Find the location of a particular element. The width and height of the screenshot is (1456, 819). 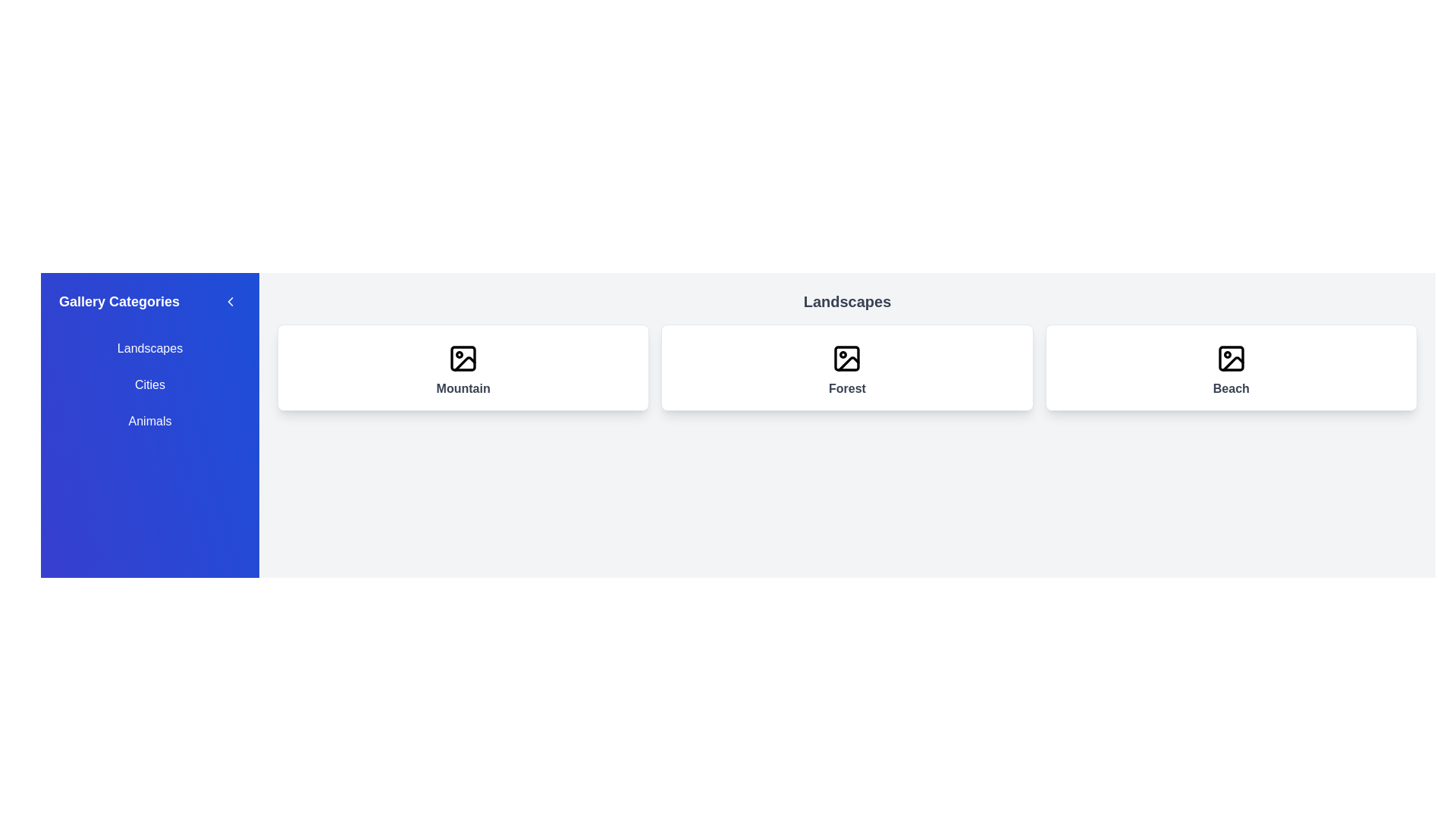

the SVG icon styled as an image symbol within the card labeled 'Mountain', which features a rounded rectangle frame and a circle with a diagonal strikethrough resembling a mountain is located at coordinates (463, 359).